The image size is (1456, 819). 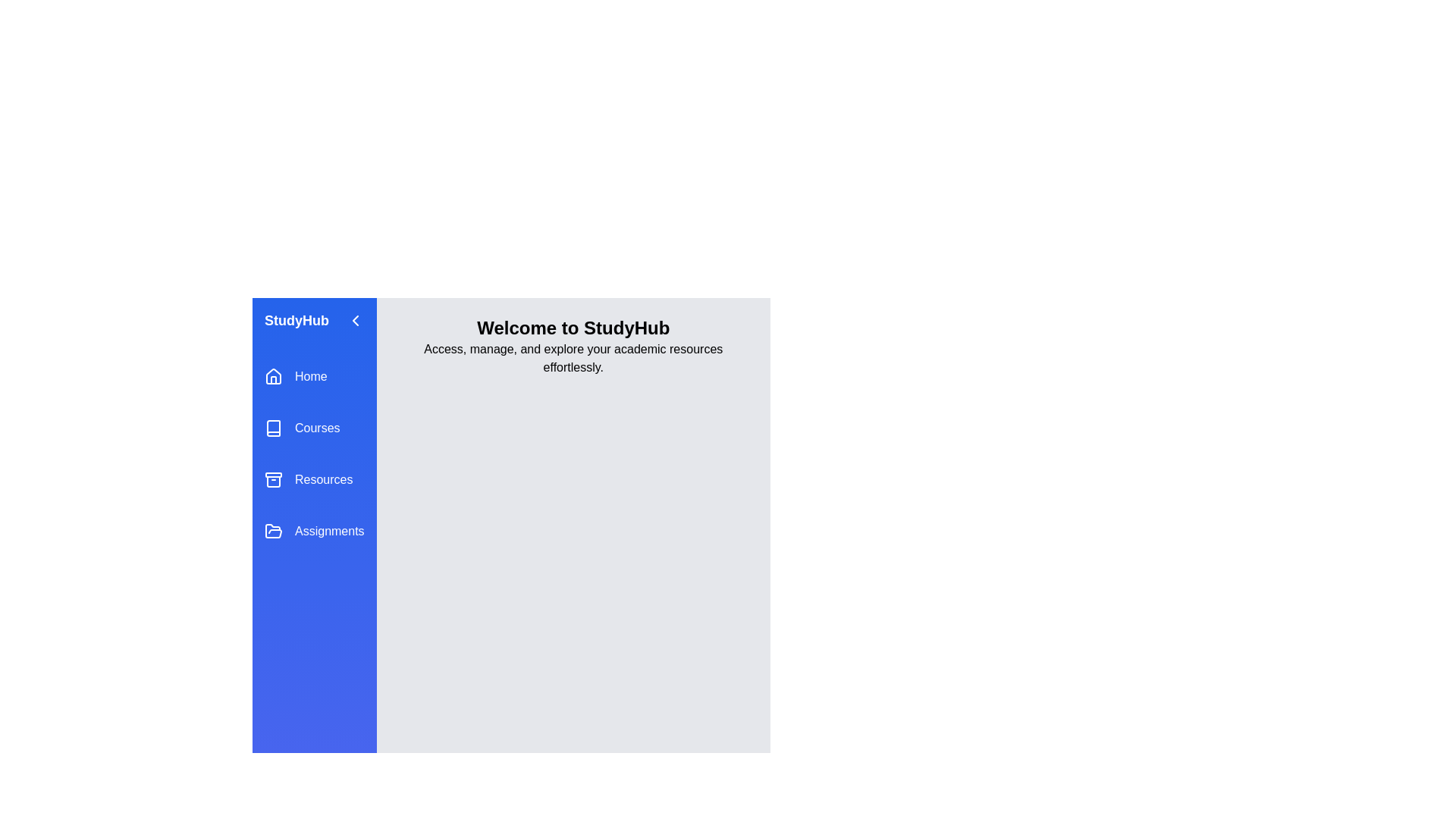 What do you see at coordinates (313, 376) in the screenshot?
I see `the menu item Home from the drawer` at bounding box center [313, 376].